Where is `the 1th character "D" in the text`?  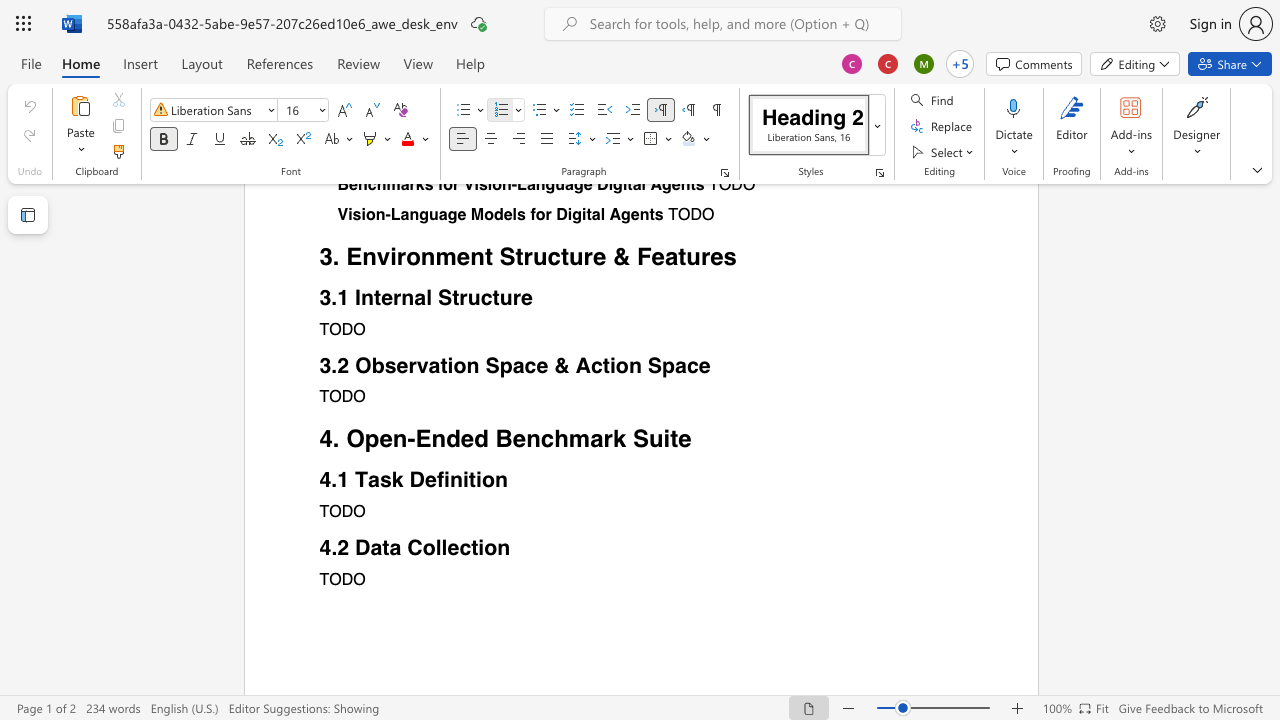 the 1th character "D" in the text is located at coordinates (362, 547).